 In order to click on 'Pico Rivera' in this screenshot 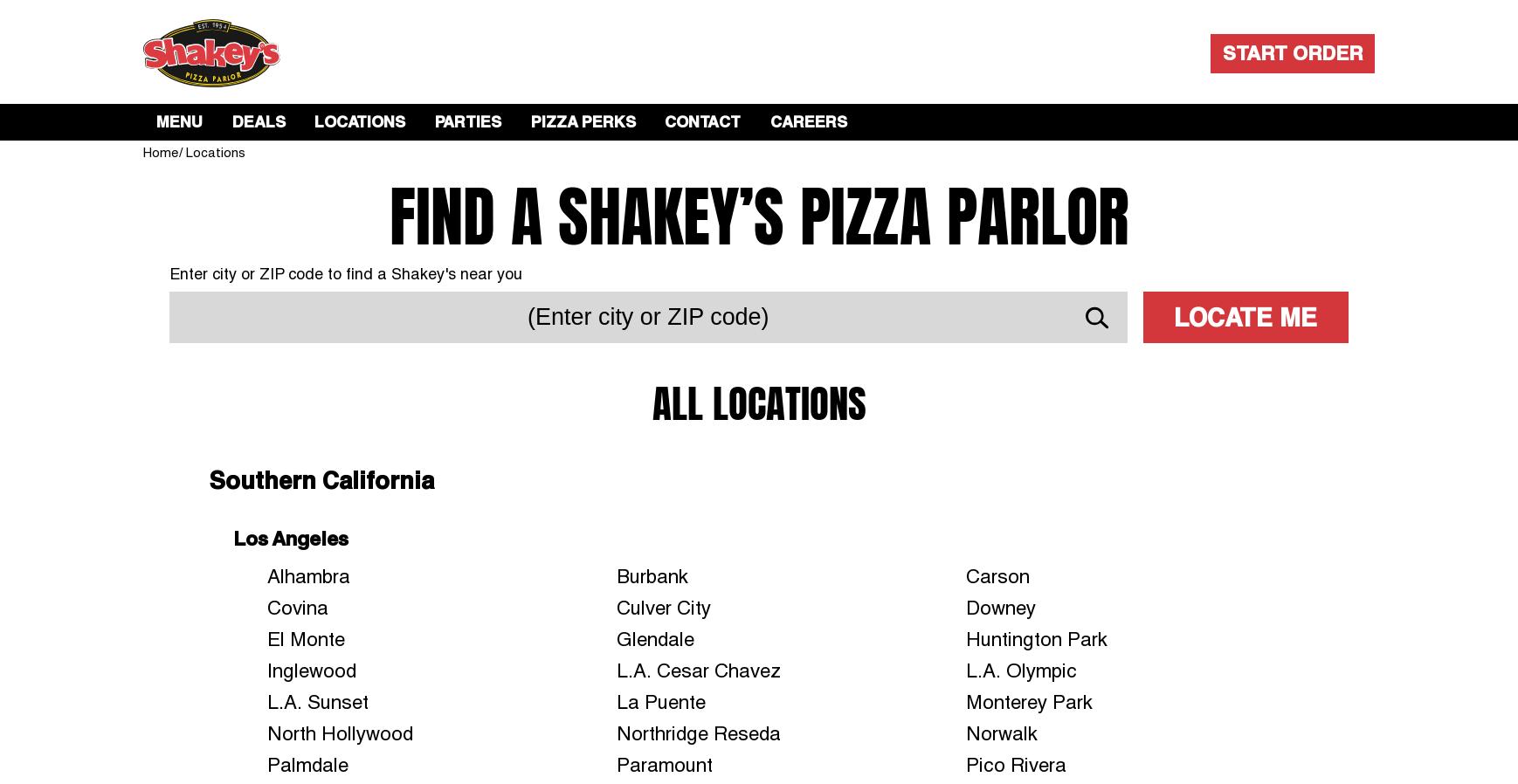, I will do `click(965, 764)`.